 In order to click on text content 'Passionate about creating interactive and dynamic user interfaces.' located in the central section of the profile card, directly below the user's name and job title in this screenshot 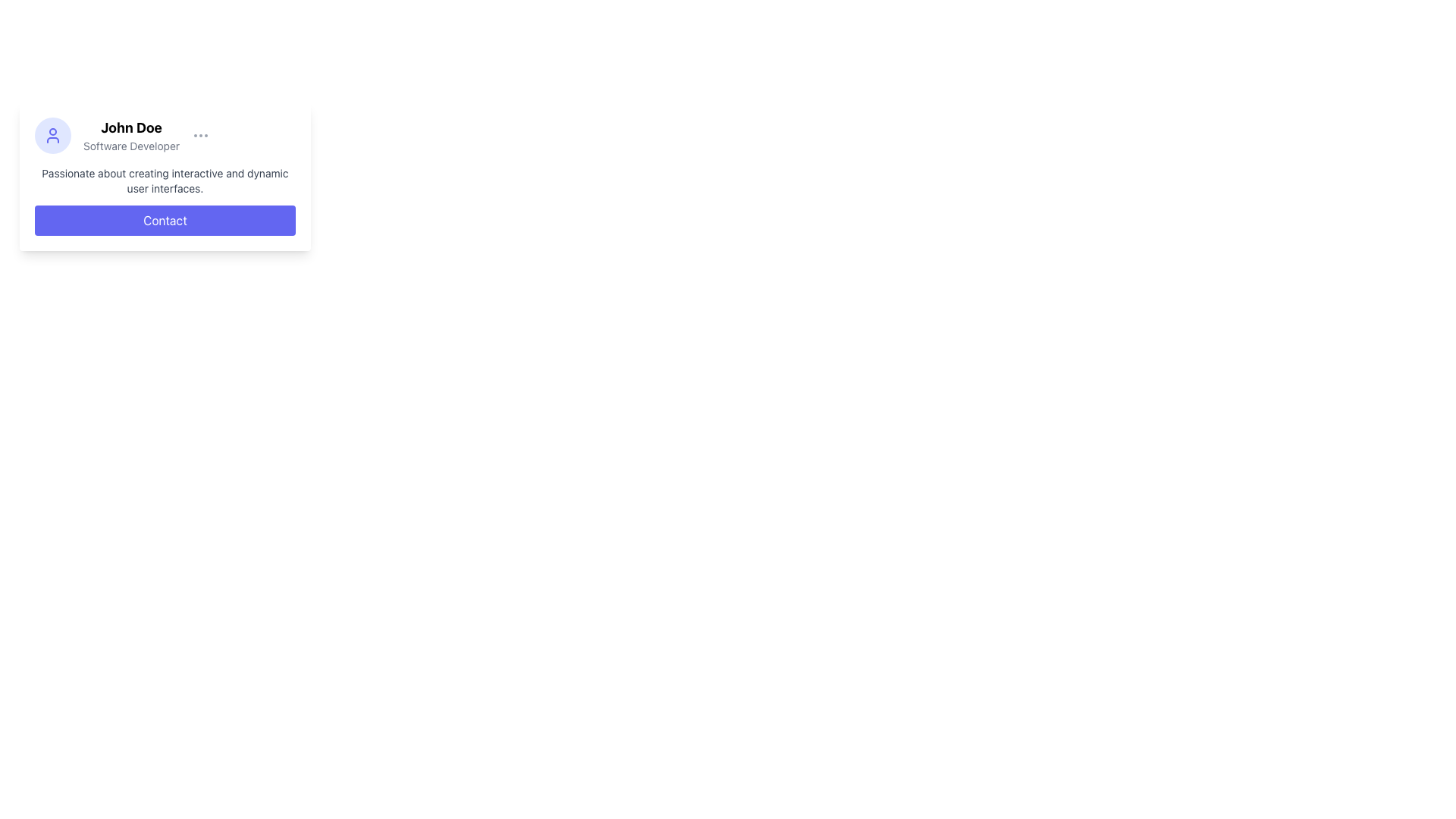, I will do `click(165, 180)`.